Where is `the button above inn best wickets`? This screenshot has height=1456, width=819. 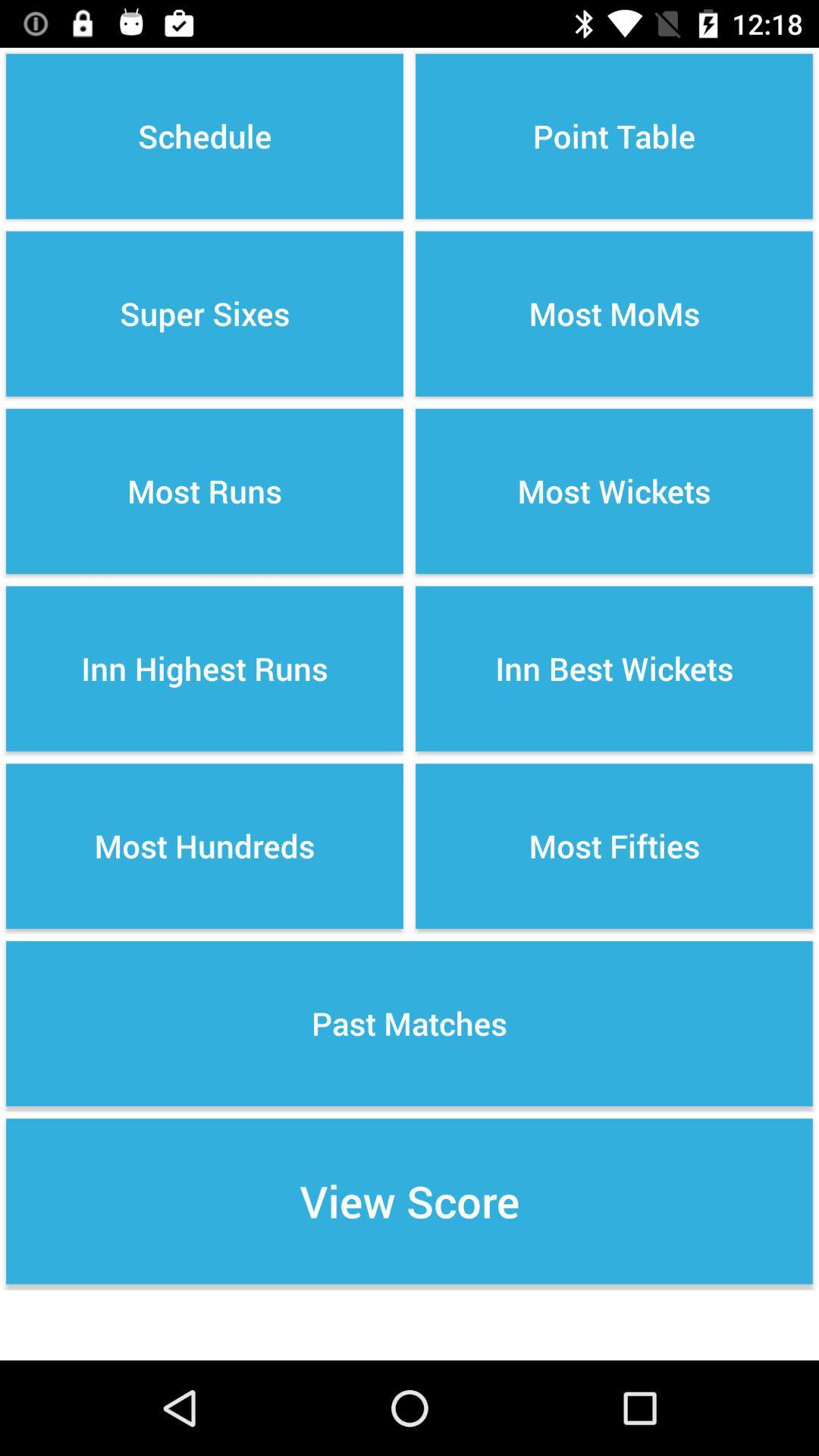 the button above inn best wickets is located at coordinates (614, 491).